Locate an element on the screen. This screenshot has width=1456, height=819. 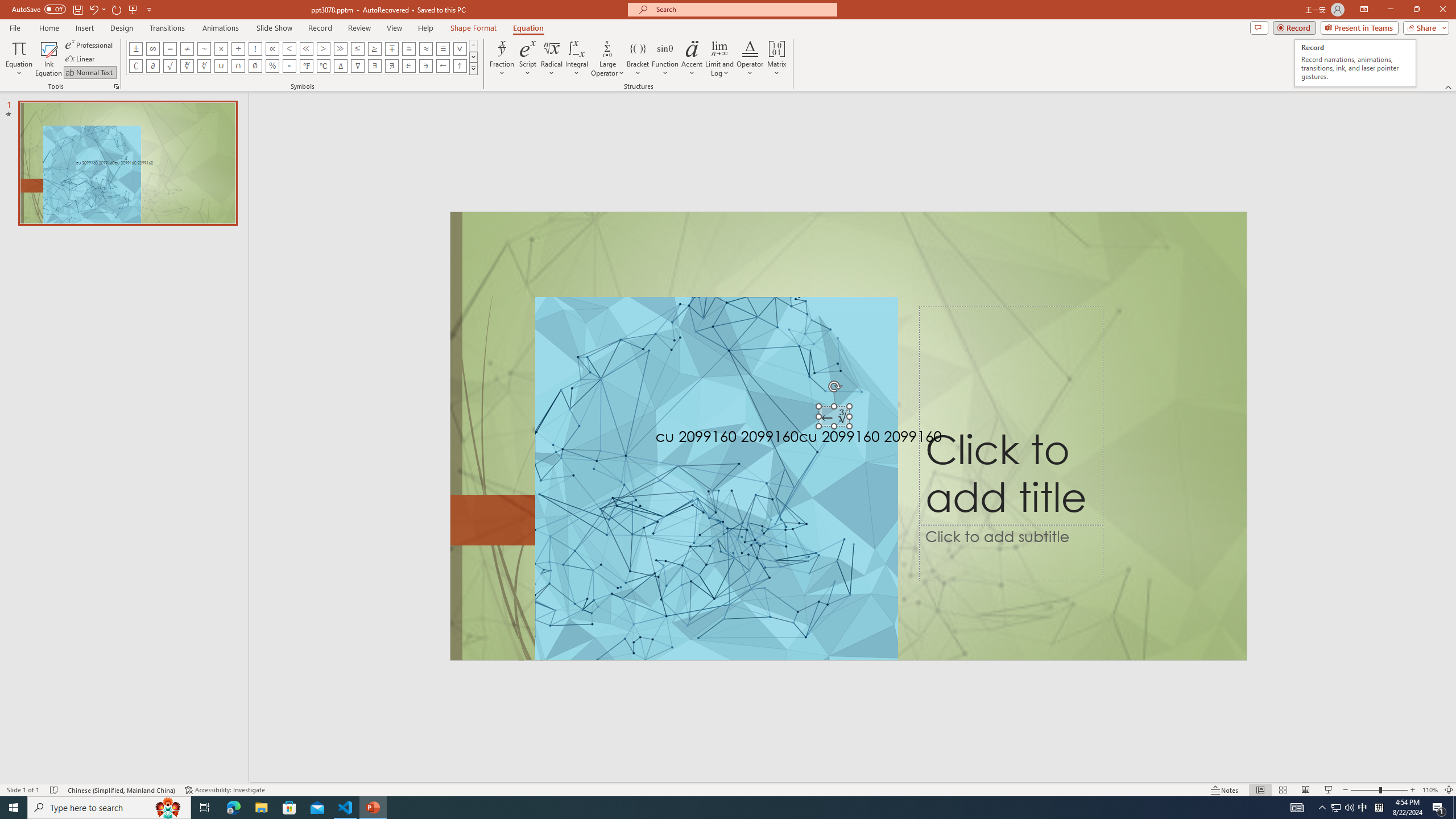
'Equation Symbol Plus Minus' is located at coordinates (136, 48).